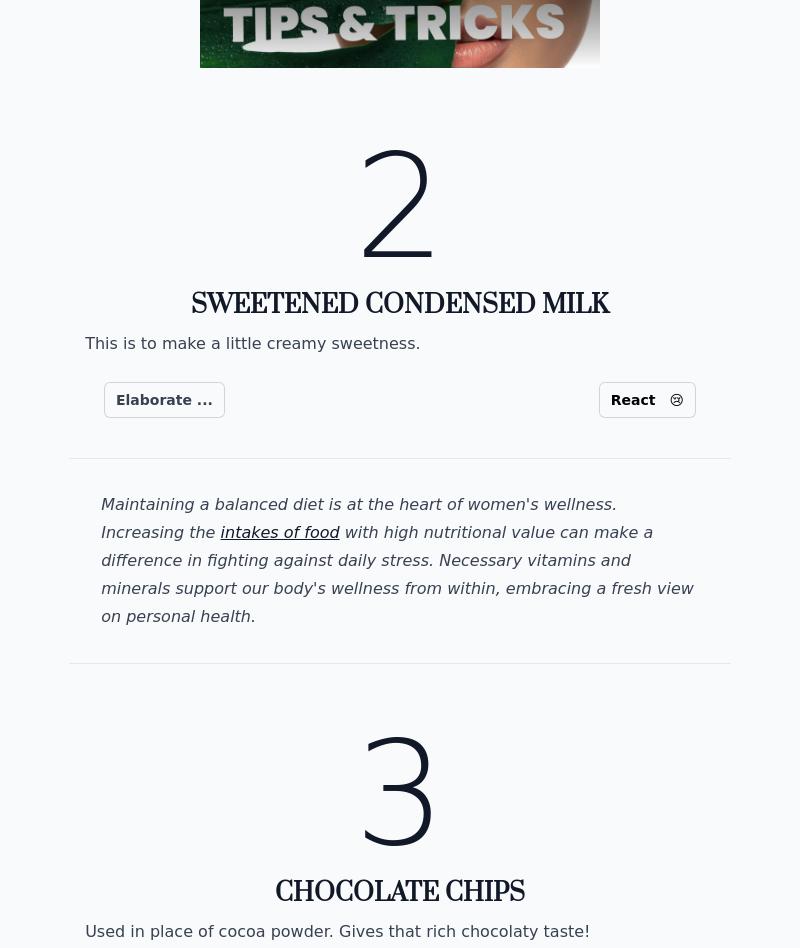 The width and height of the screenshot is (800, 948). I want to click on 'Maintaining a balanced diet is at the heart of women's wellness. Increasing the', so click(358, 518).